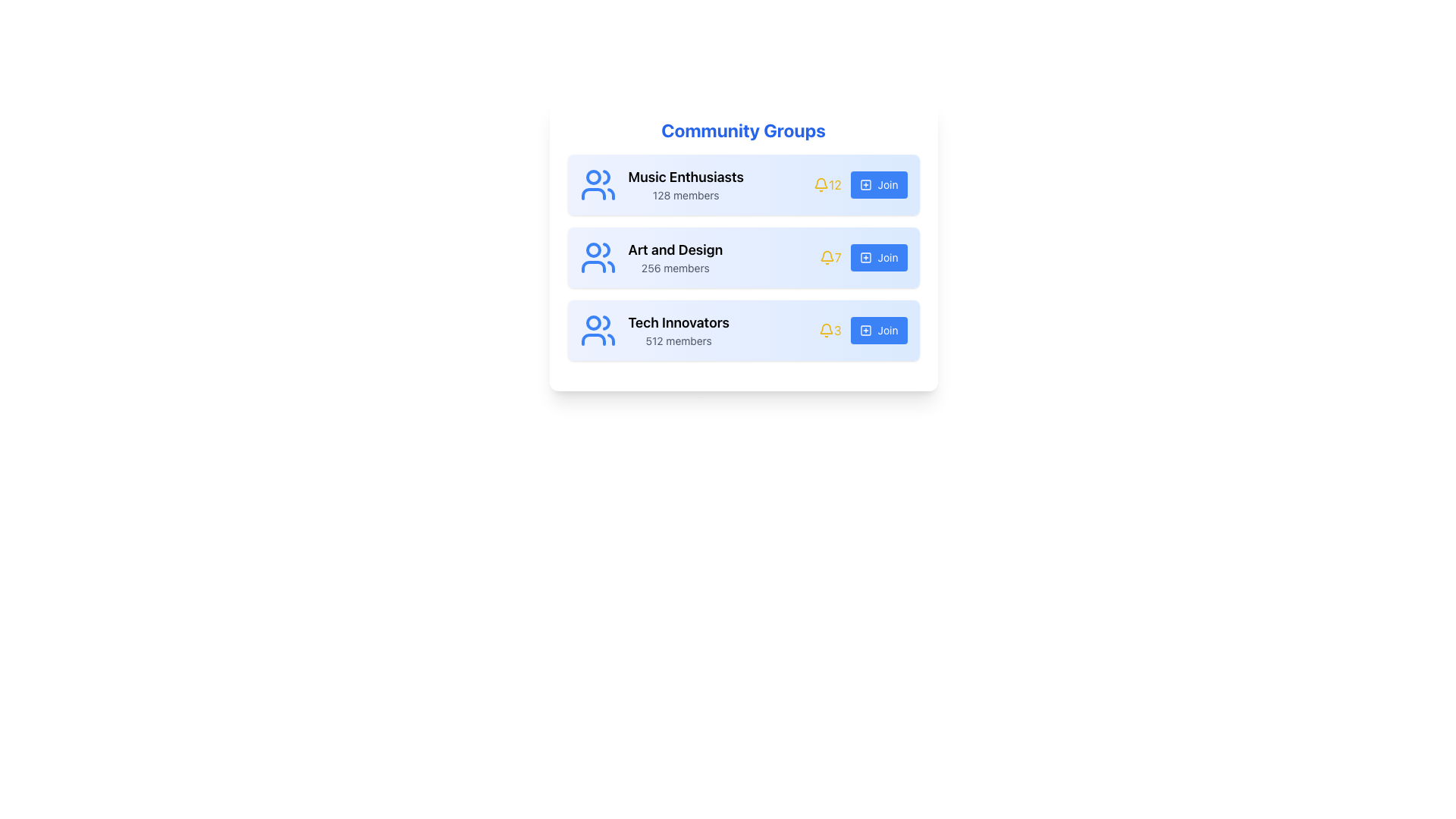 This screenshot has height=819, width=1456. What do you see at coordinates (592, 265) in the screenshot?
I see `the curve within the blue user group icon on the second card labeled 'Art and Design' in the 'Community Groups' panel` at bounding box center [592, 265].